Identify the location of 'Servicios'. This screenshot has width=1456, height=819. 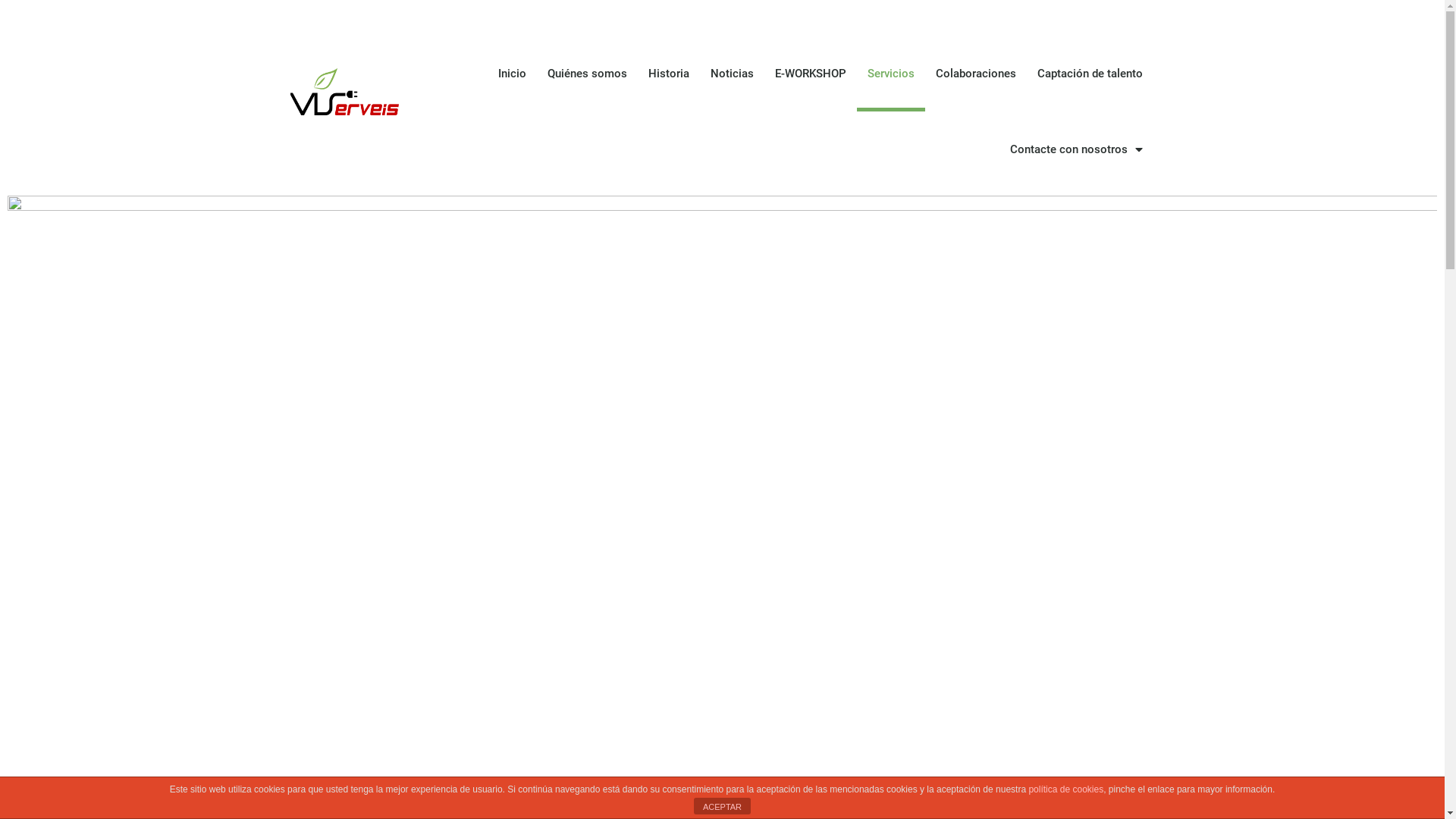
(891, 73).